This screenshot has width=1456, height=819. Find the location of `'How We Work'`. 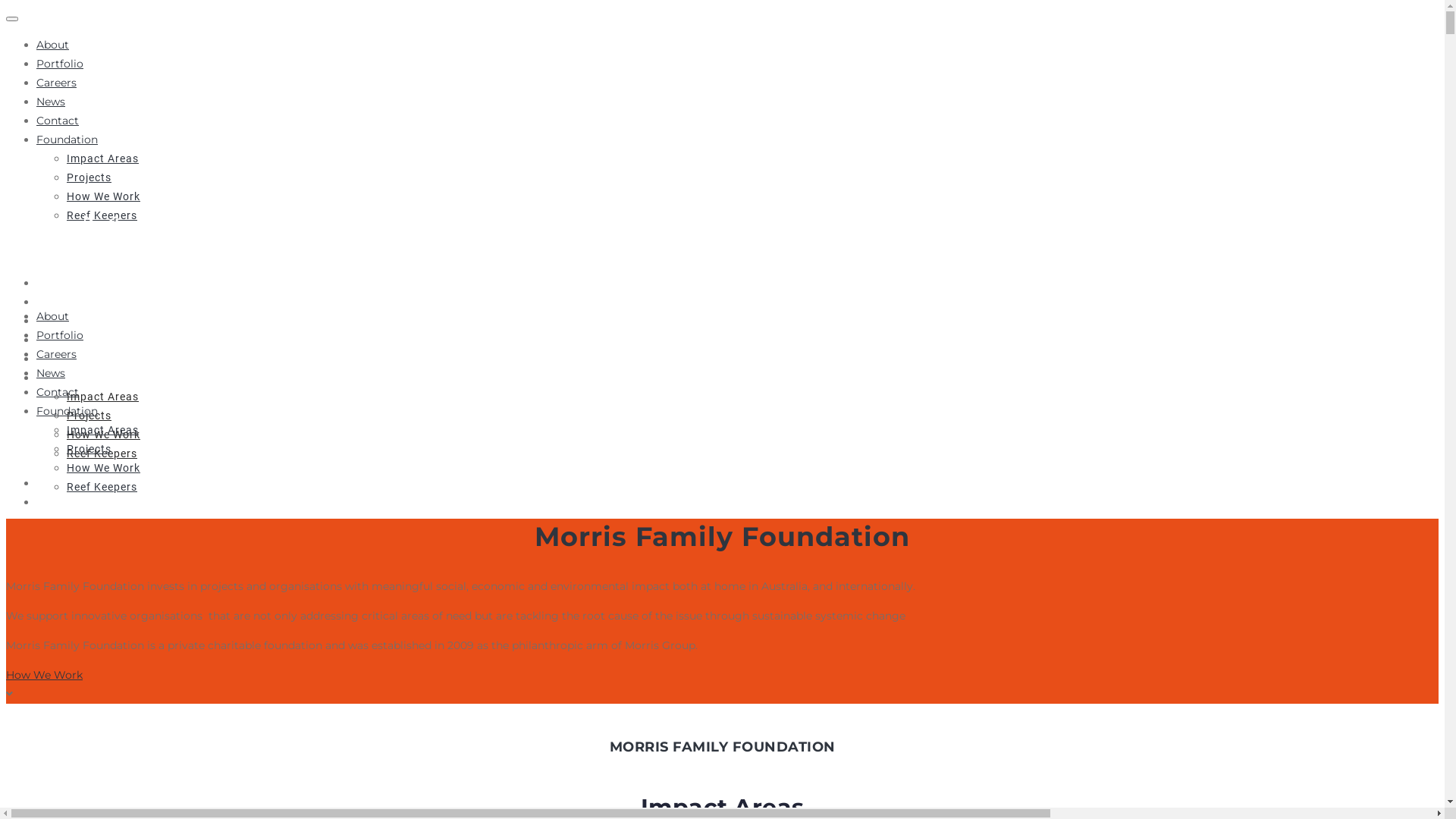

'How We Work' is located at coordinates (65, 433).